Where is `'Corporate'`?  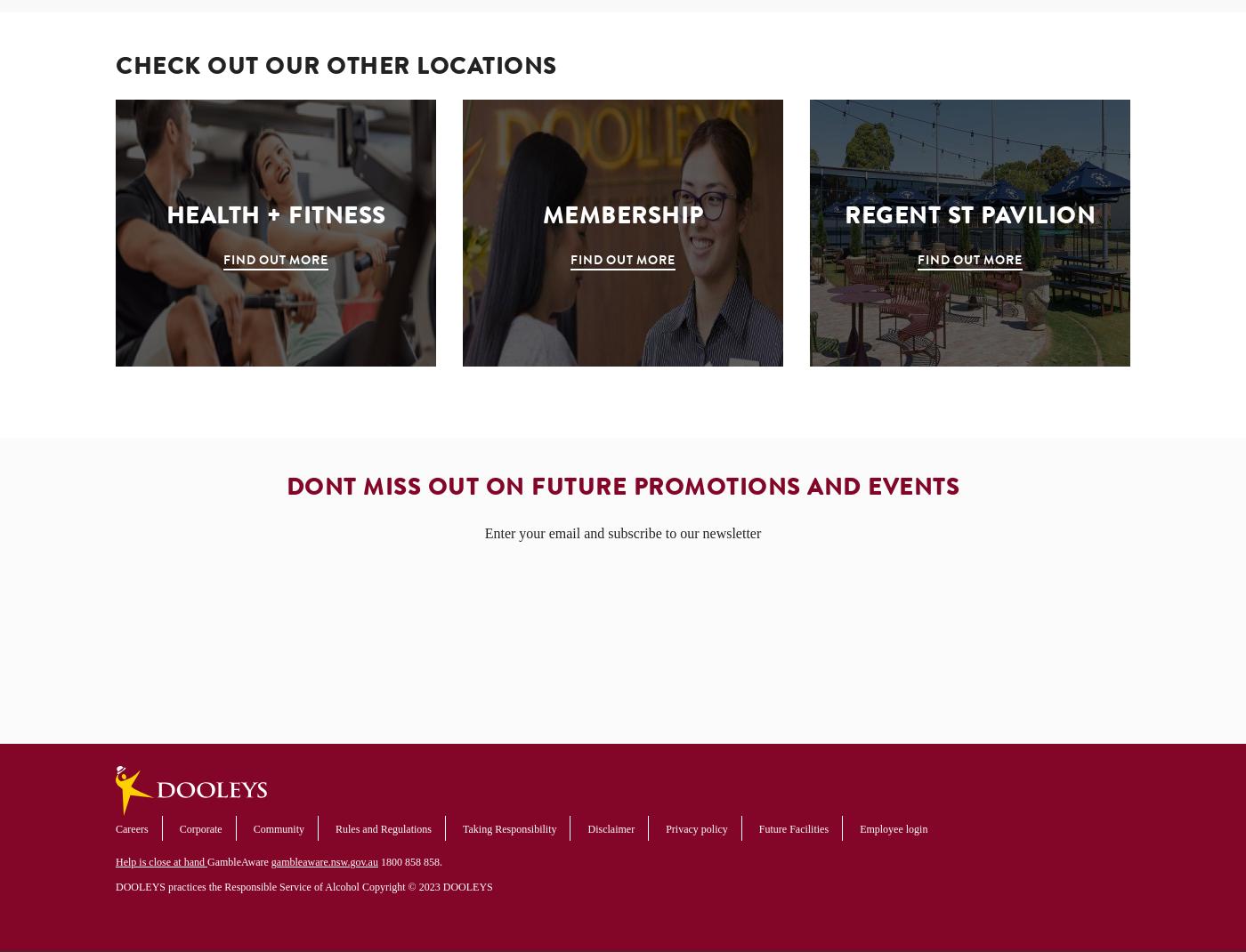
'Corporate' is located at coordinates (199, 827).